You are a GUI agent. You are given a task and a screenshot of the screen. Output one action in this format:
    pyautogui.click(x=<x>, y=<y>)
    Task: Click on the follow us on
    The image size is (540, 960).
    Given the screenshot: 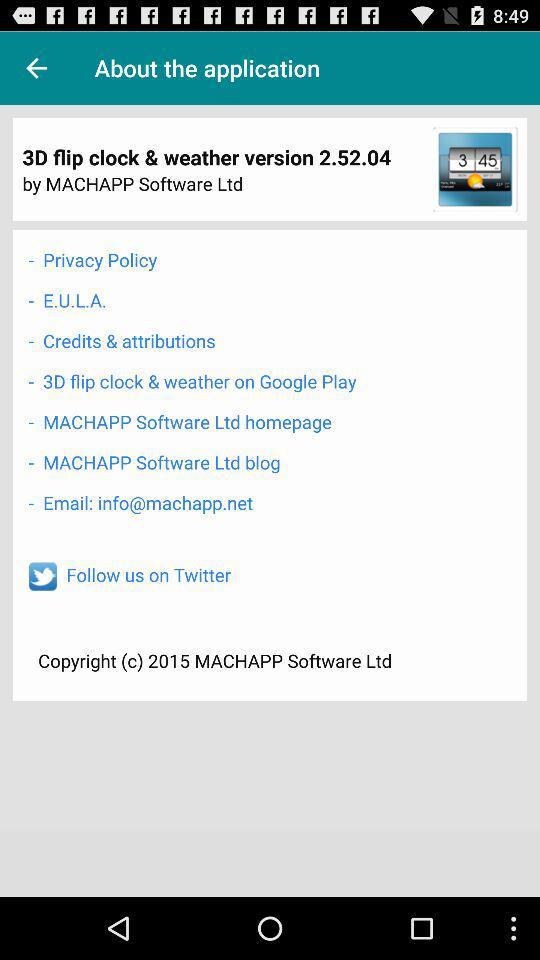 What is the action you would take?
    pyautogui.click(x=147, y=574)
    